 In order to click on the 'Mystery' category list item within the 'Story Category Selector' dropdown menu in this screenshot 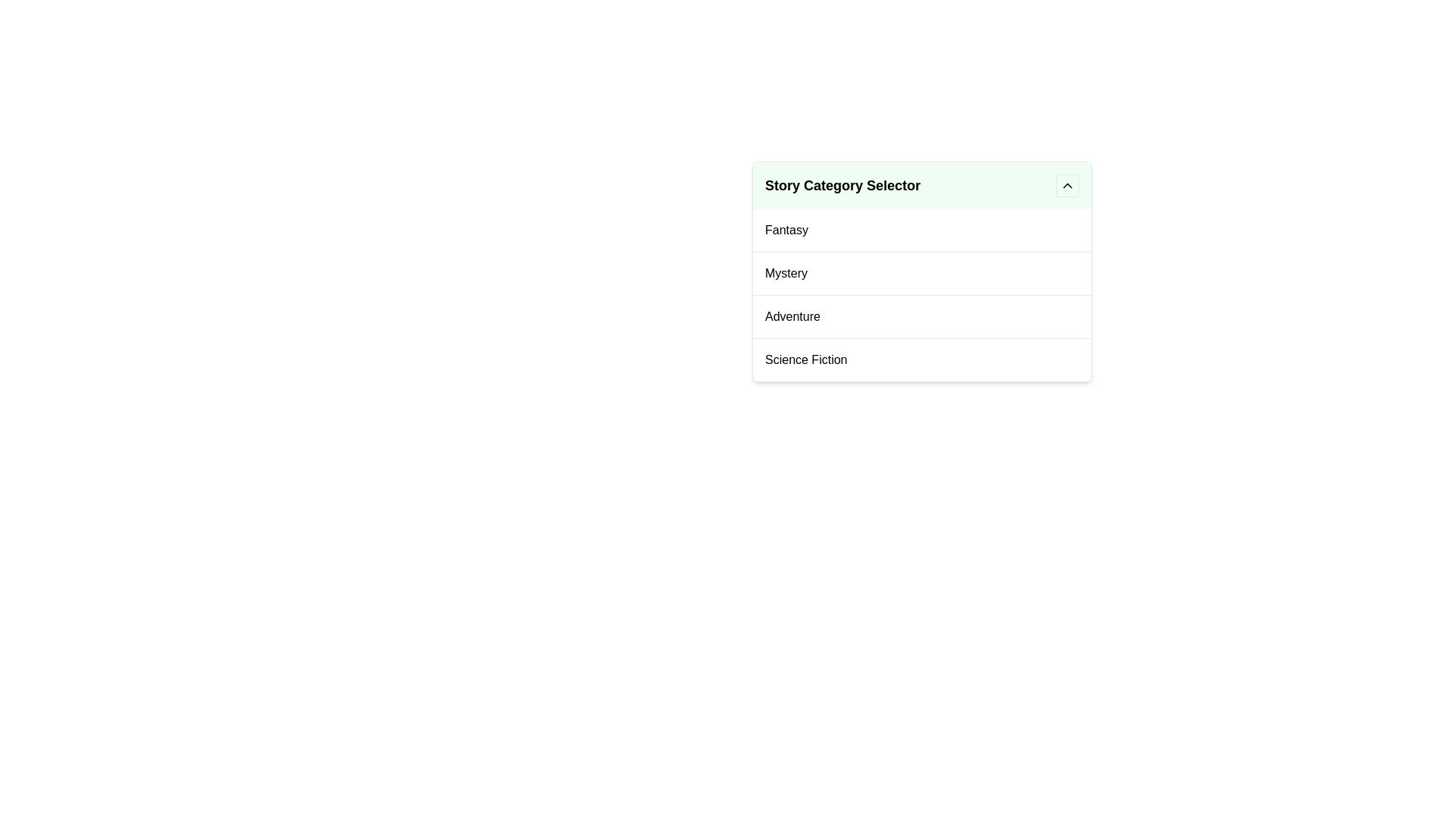, I will do `click(921, 271)`.